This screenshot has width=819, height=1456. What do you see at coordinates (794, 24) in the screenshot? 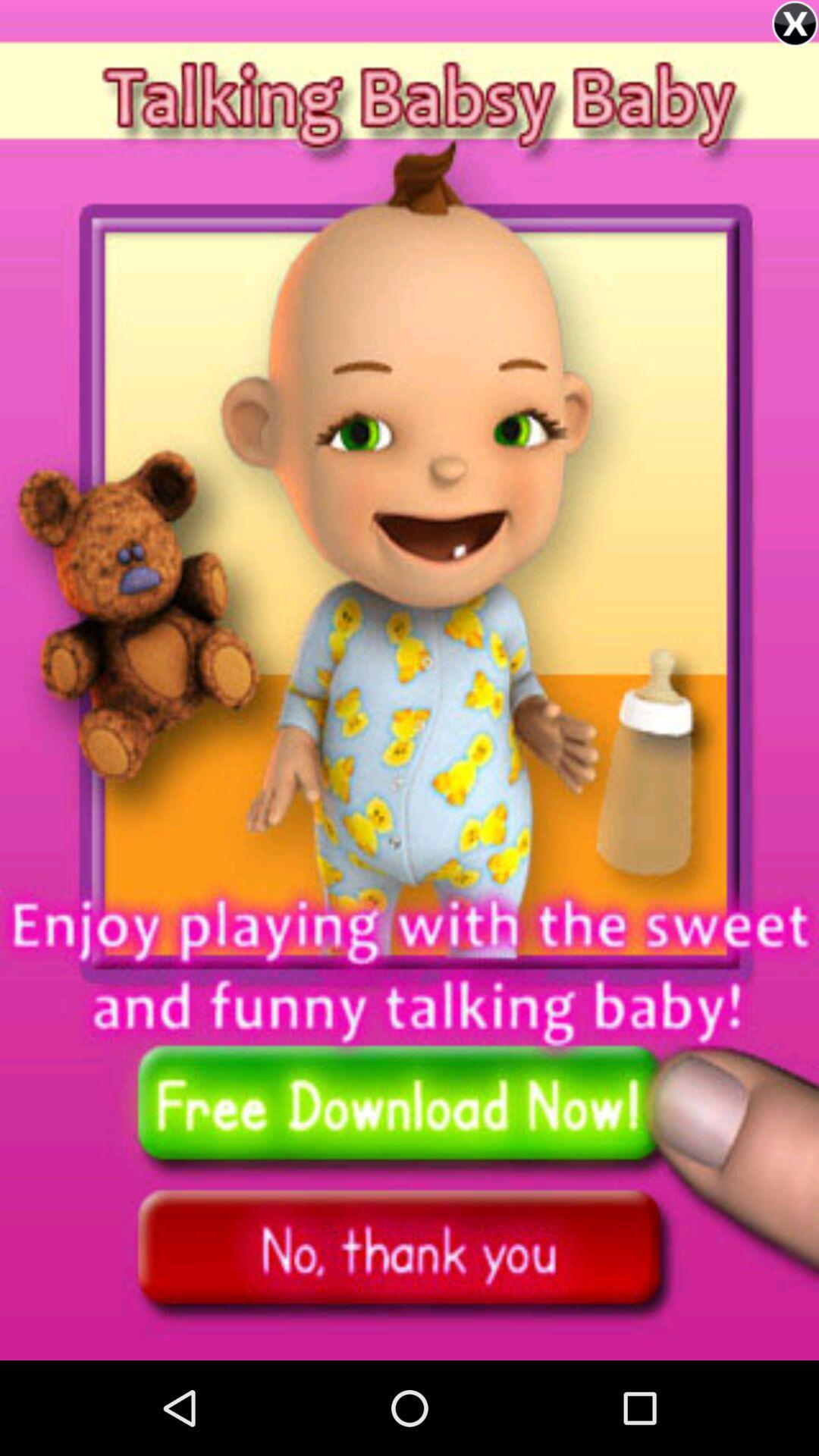
I see `the screen` at bounding box center [794, 24].